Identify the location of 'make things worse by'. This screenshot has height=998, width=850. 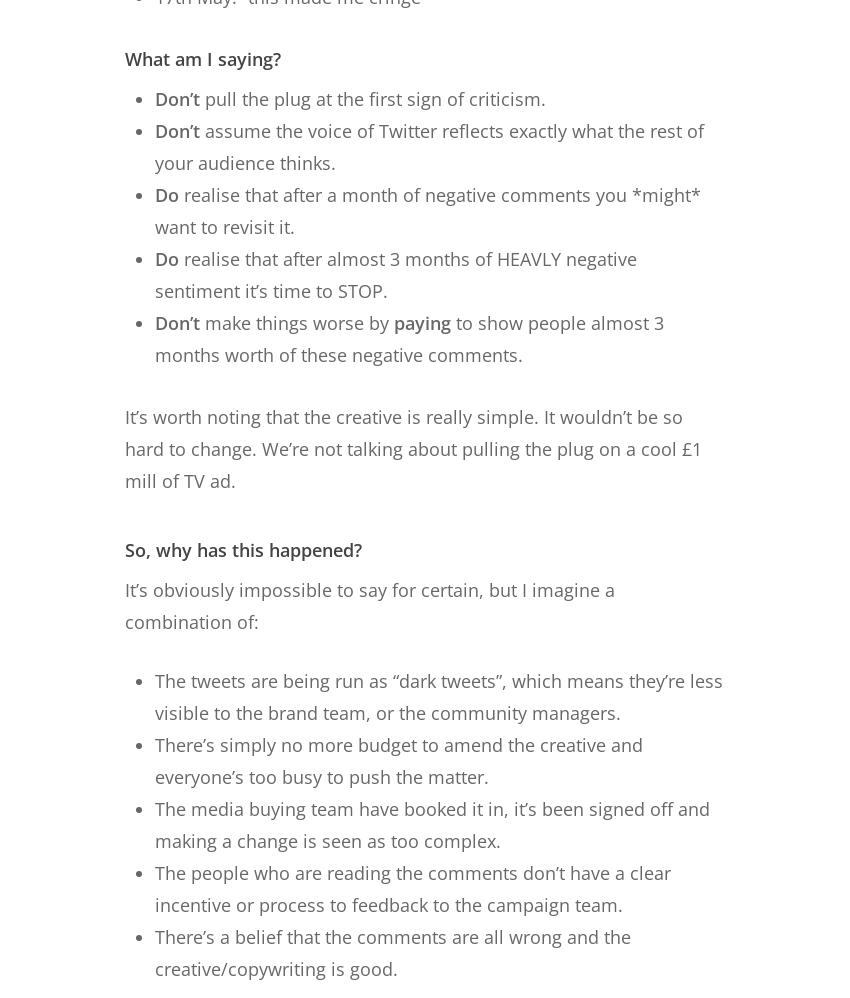
(295, 321).